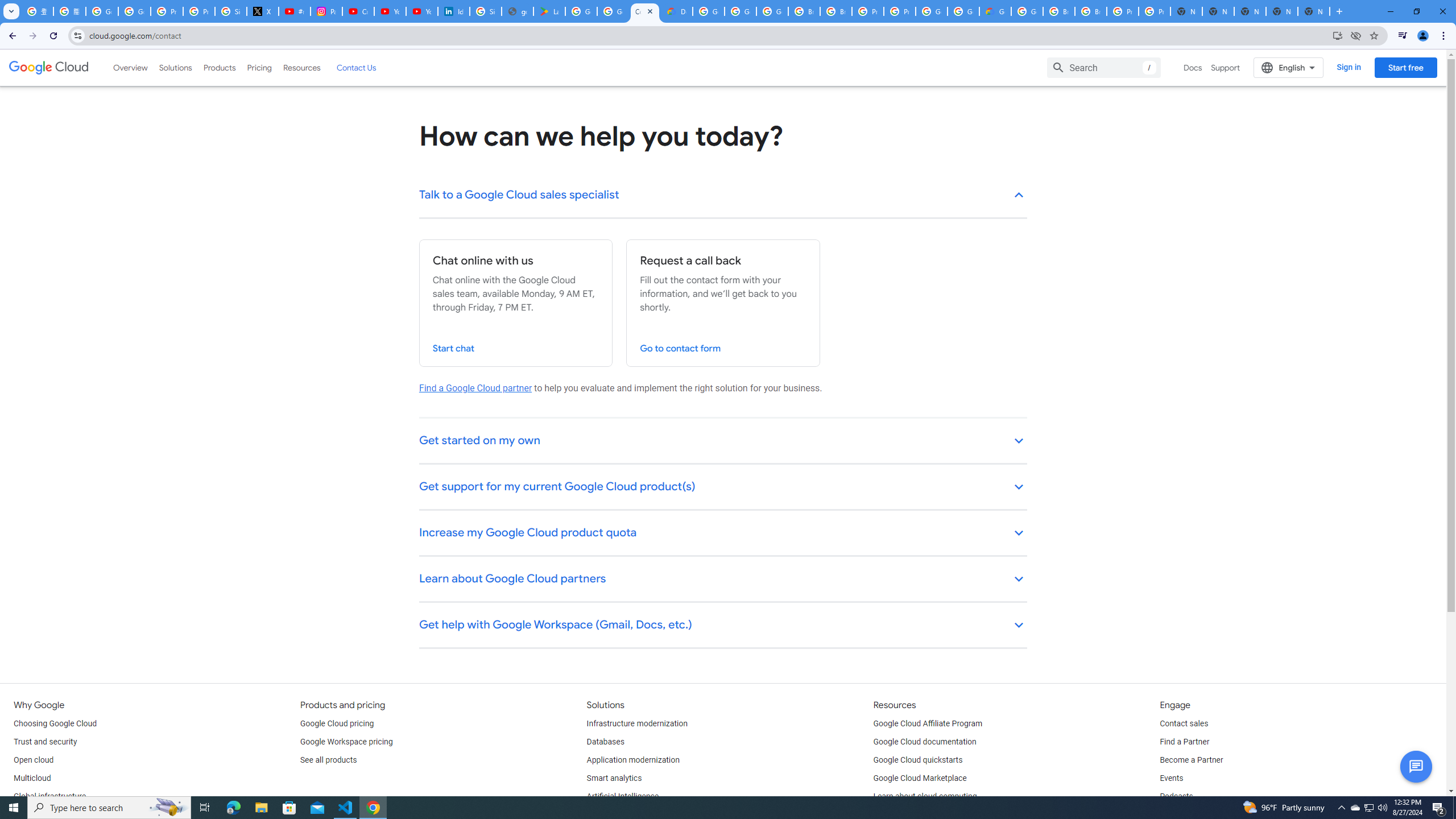  What do you see at coordinates (1337, 35) in the screenshot?
I see `'Install Google Cloud'` at bounding box center [1337, 35].